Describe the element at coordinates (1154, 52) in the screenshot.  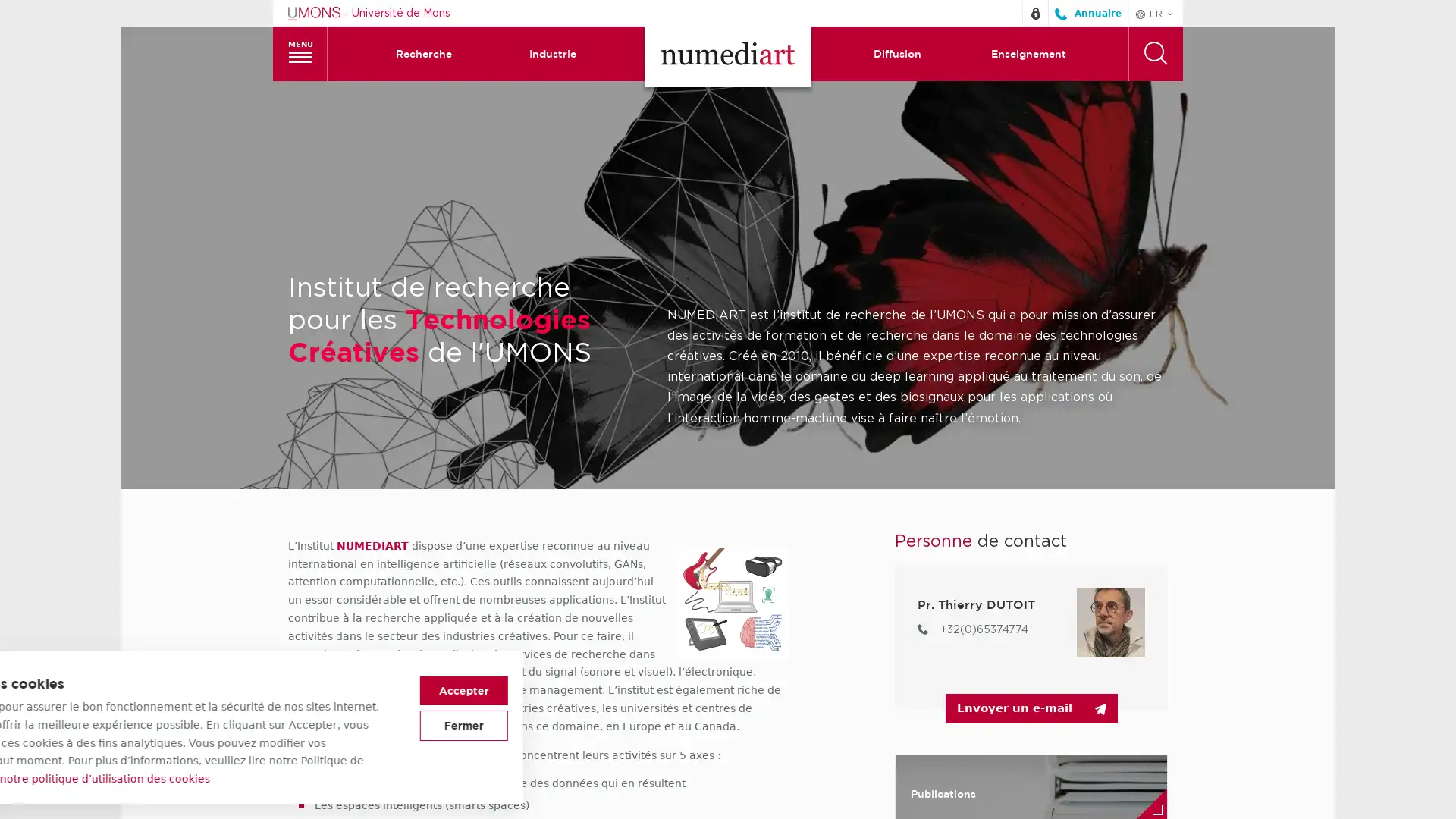
I see `Rechercher` at that location.